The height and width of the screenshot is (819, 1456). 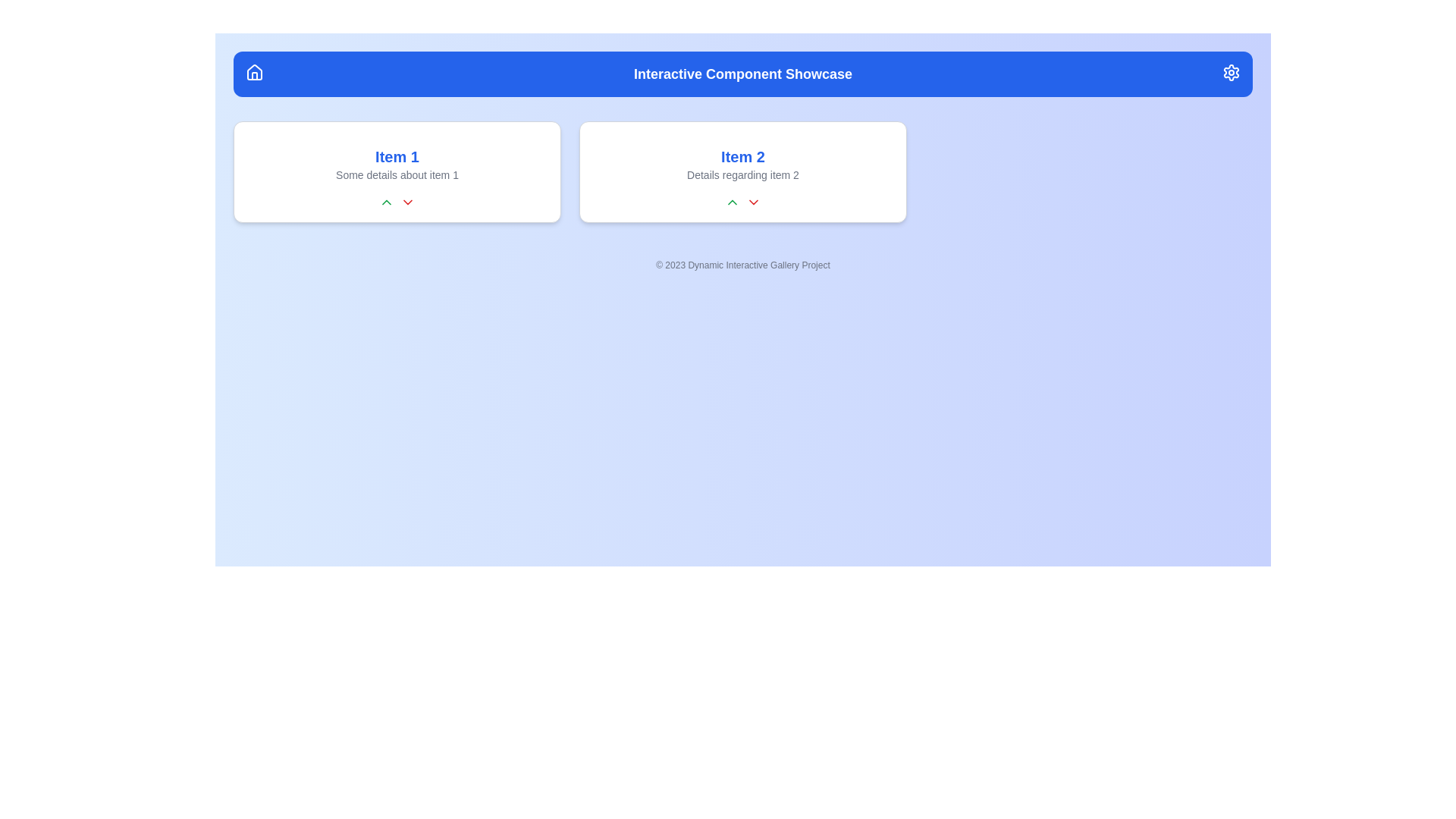 What do you see at coordinates (742, 74) in the screenshot?
I see `the Header banner element` at bounding box center [742, 74].